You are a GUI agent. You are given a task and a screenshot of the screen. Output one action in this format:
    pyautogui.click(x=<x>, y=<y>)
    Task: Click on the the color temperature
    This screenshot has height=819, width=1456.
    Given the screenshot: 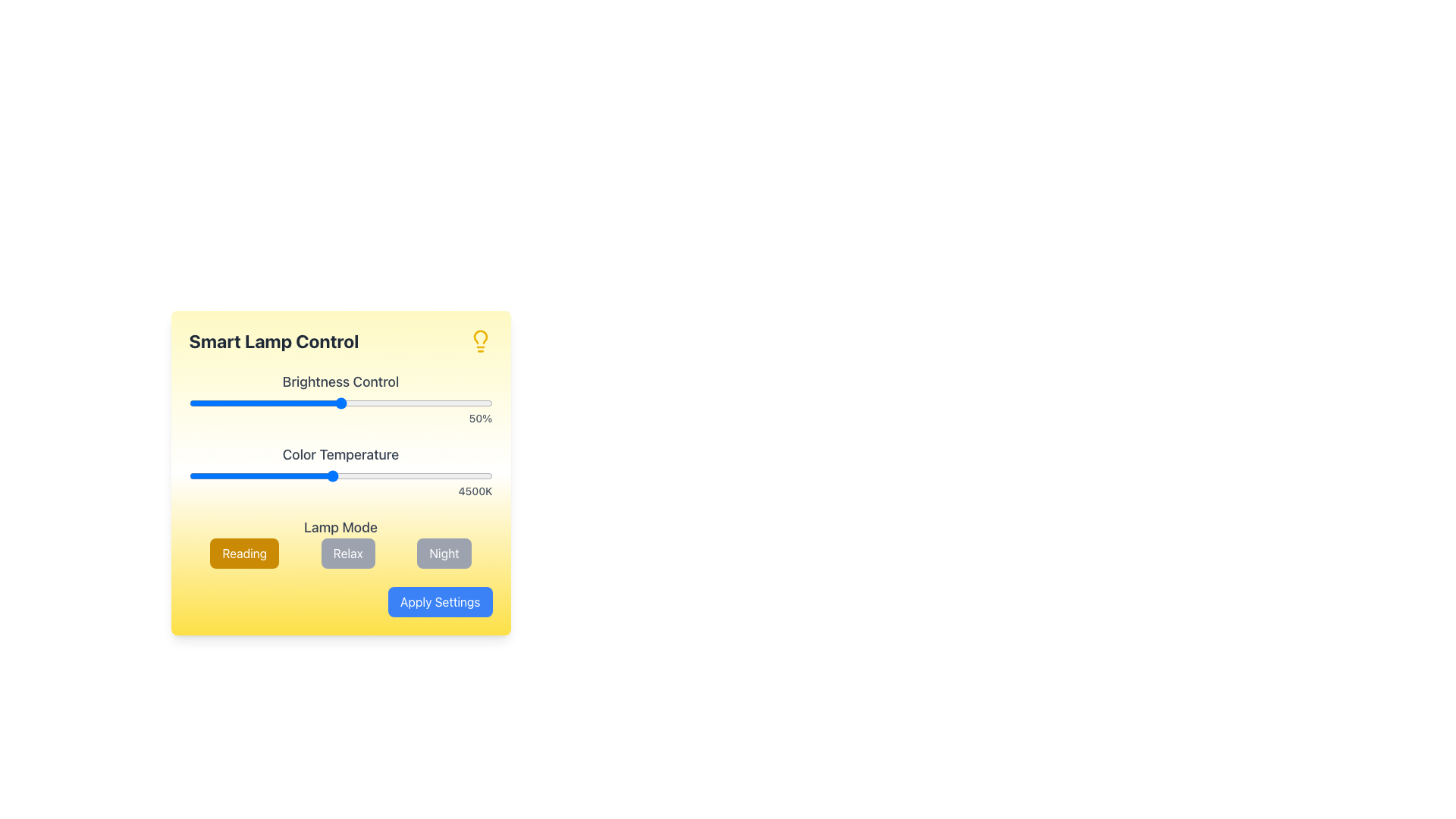 What is the action you would take?
    pyautogui.click(x=378, y=475)
    